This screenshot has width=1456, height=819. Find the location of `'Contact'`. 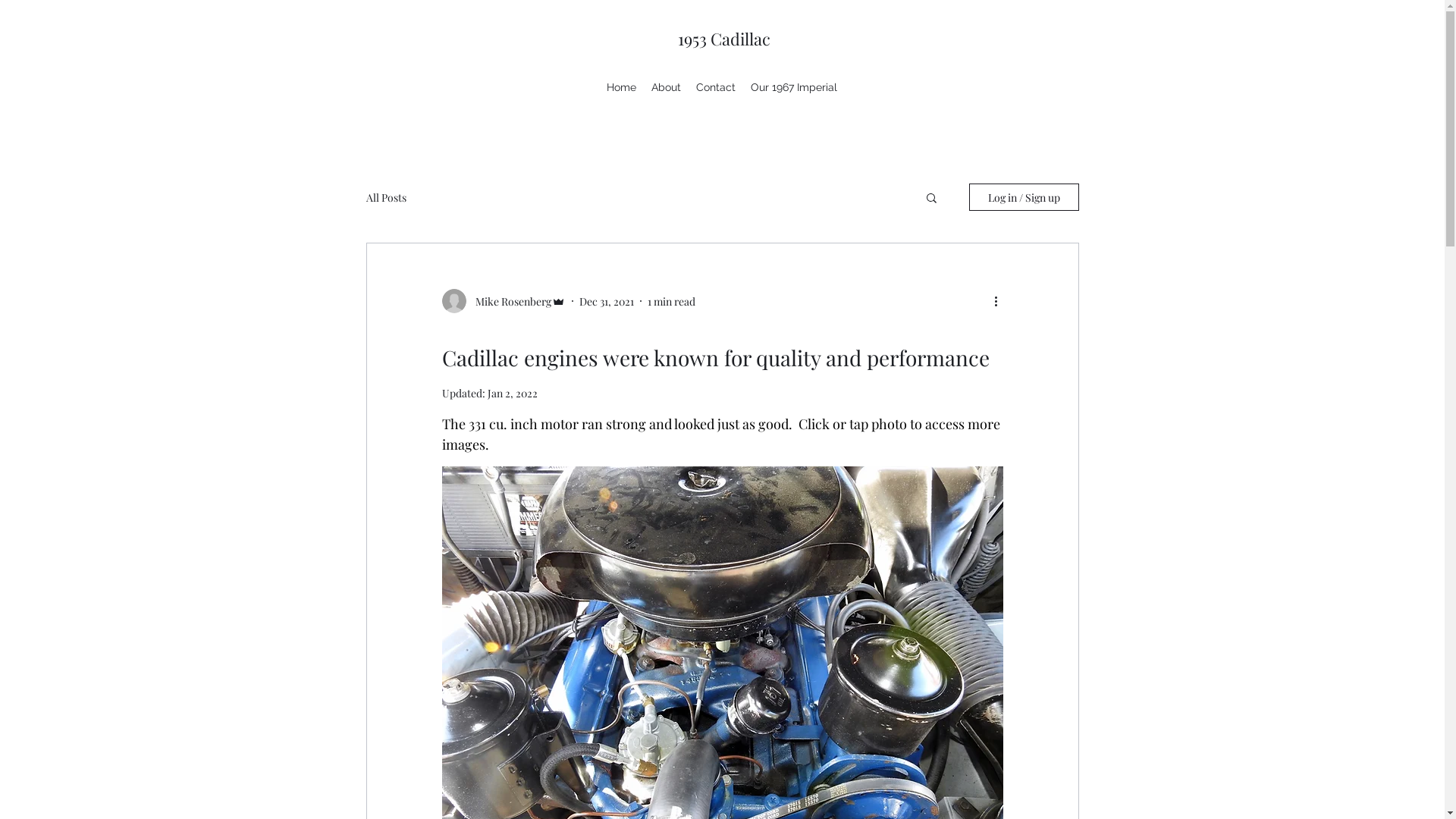

'Contact' is located at coordinates (687, 87).